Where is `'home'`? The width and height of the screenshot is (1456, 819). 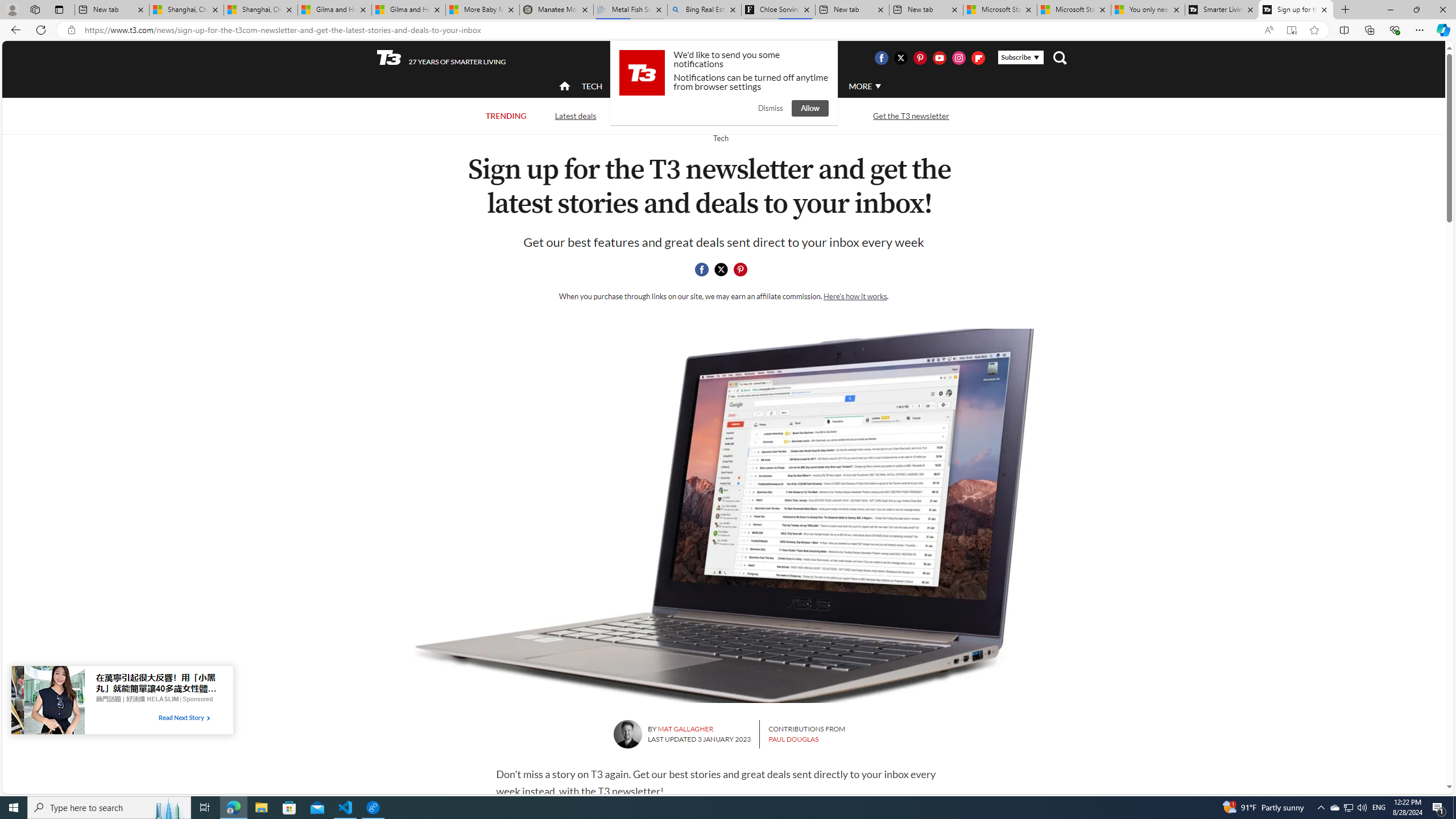
'home' is located at coordinates (564, 87).